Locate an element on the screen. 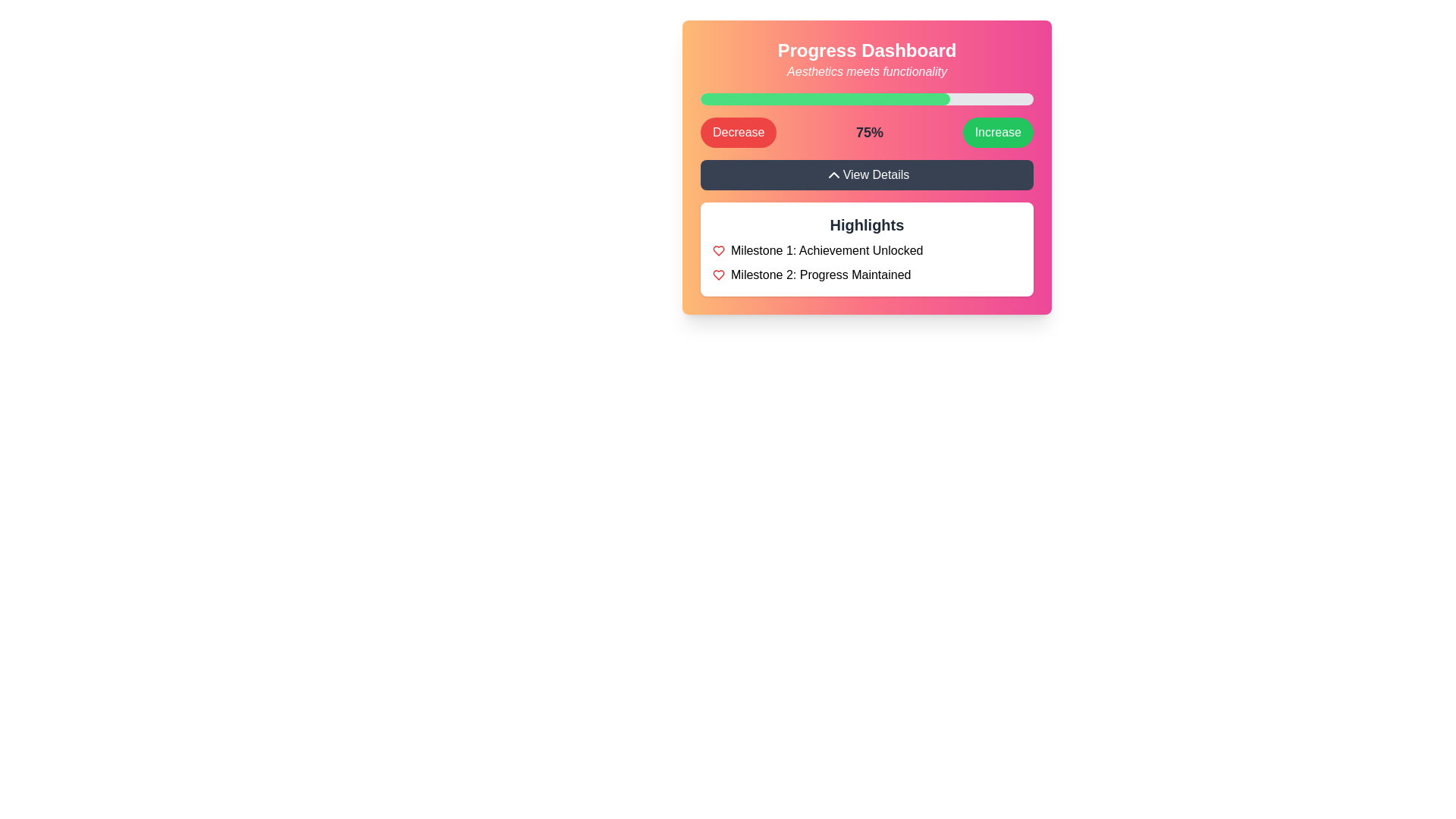 The image size is (1456, 819). the label displaying '75%' which is centrally located between the 'Decrease' and 'Increase' buttons, indicating a value is located at coordinates (870, 131).